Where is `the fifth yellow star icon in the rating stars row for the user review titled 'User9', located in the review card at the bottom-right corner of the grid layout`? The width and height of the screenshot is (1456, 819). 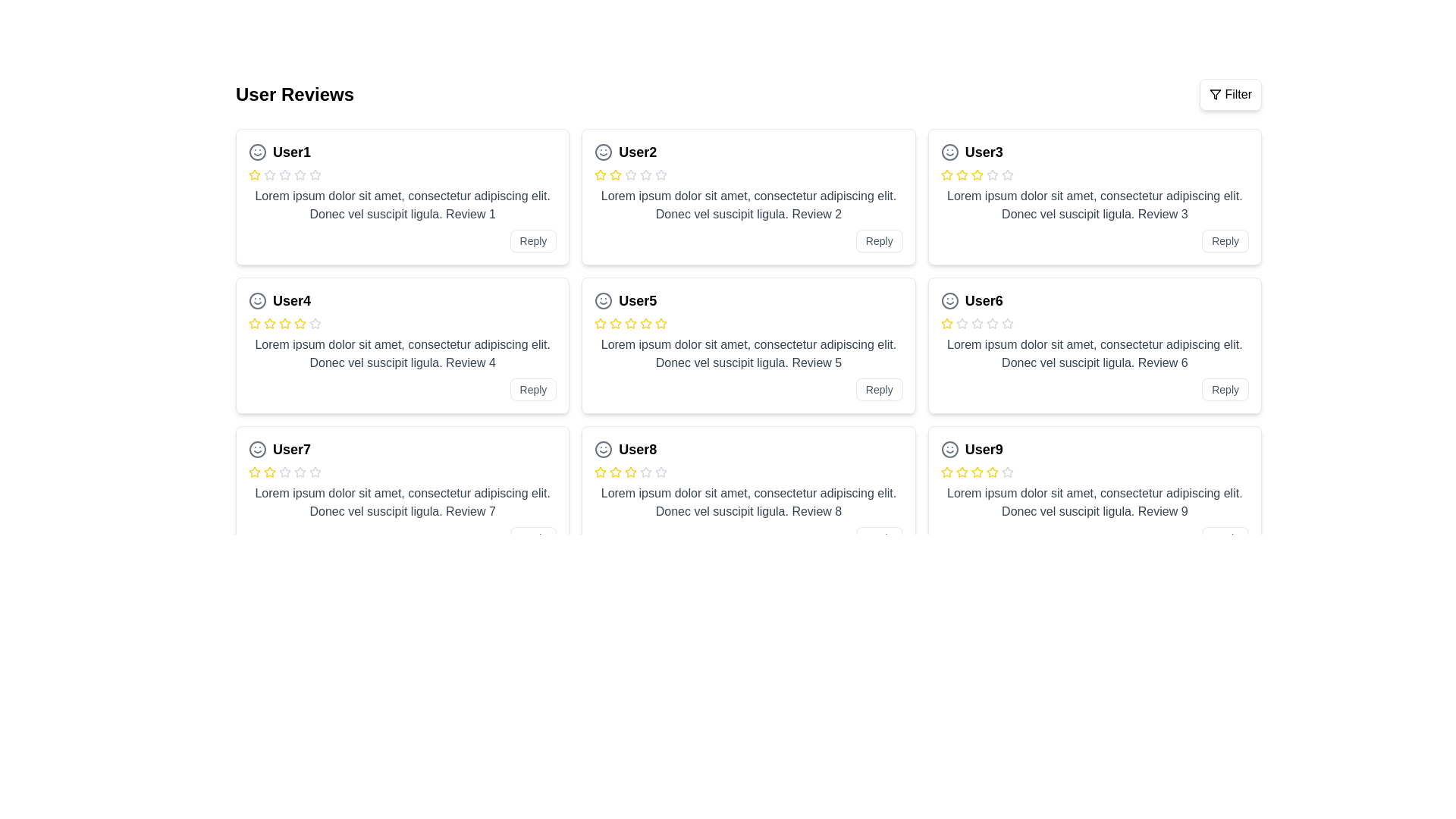 the fifth yellow star icon in the rating stars row for the user review titled 'User9', located in the review card at the bottom-right corner of the grid layout is located at coordinates (992, 471).